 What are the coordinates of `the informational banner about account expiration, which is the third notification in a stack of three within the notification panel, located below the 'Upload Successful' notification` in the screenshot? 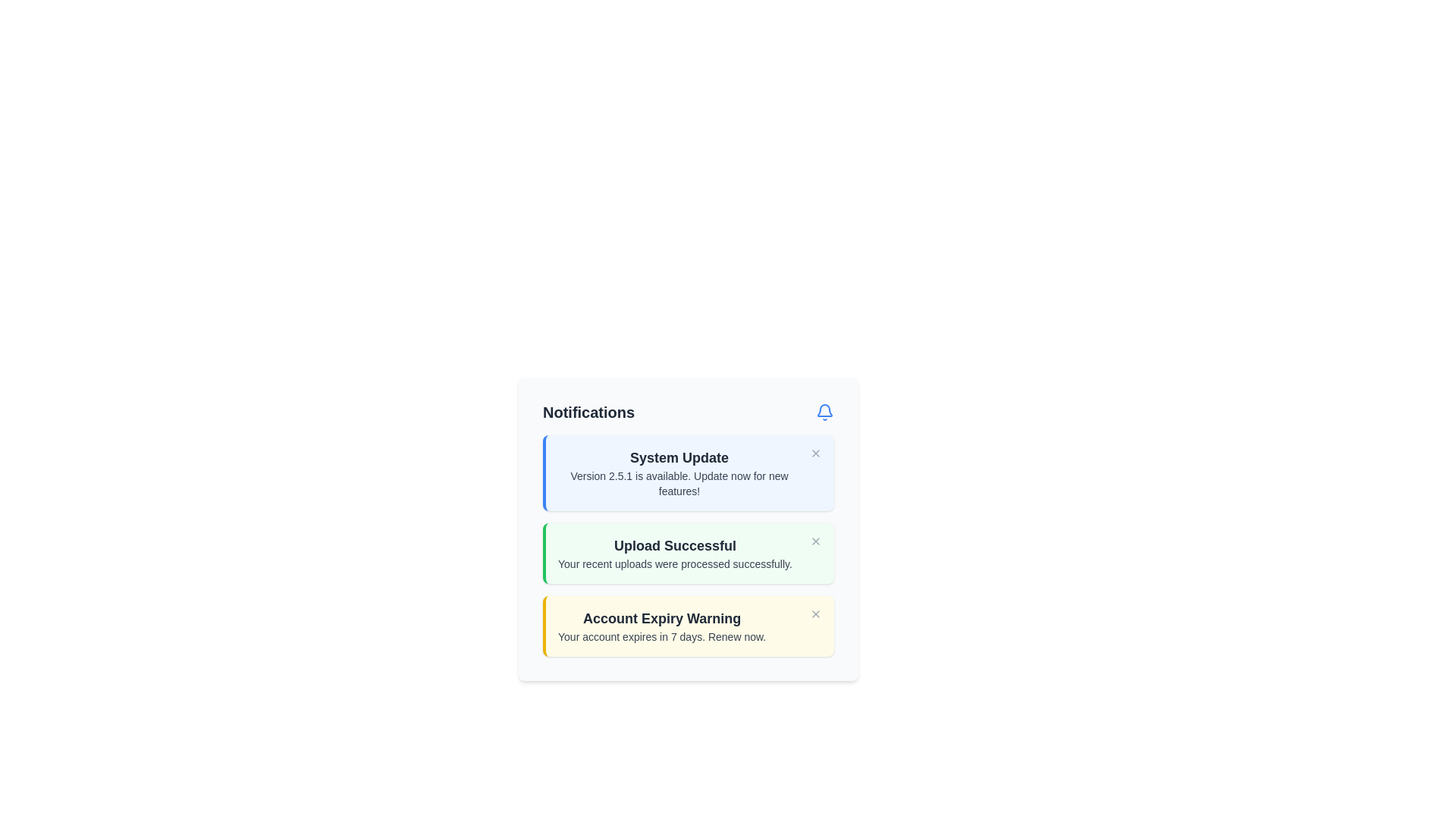 It's located at (689, 626).